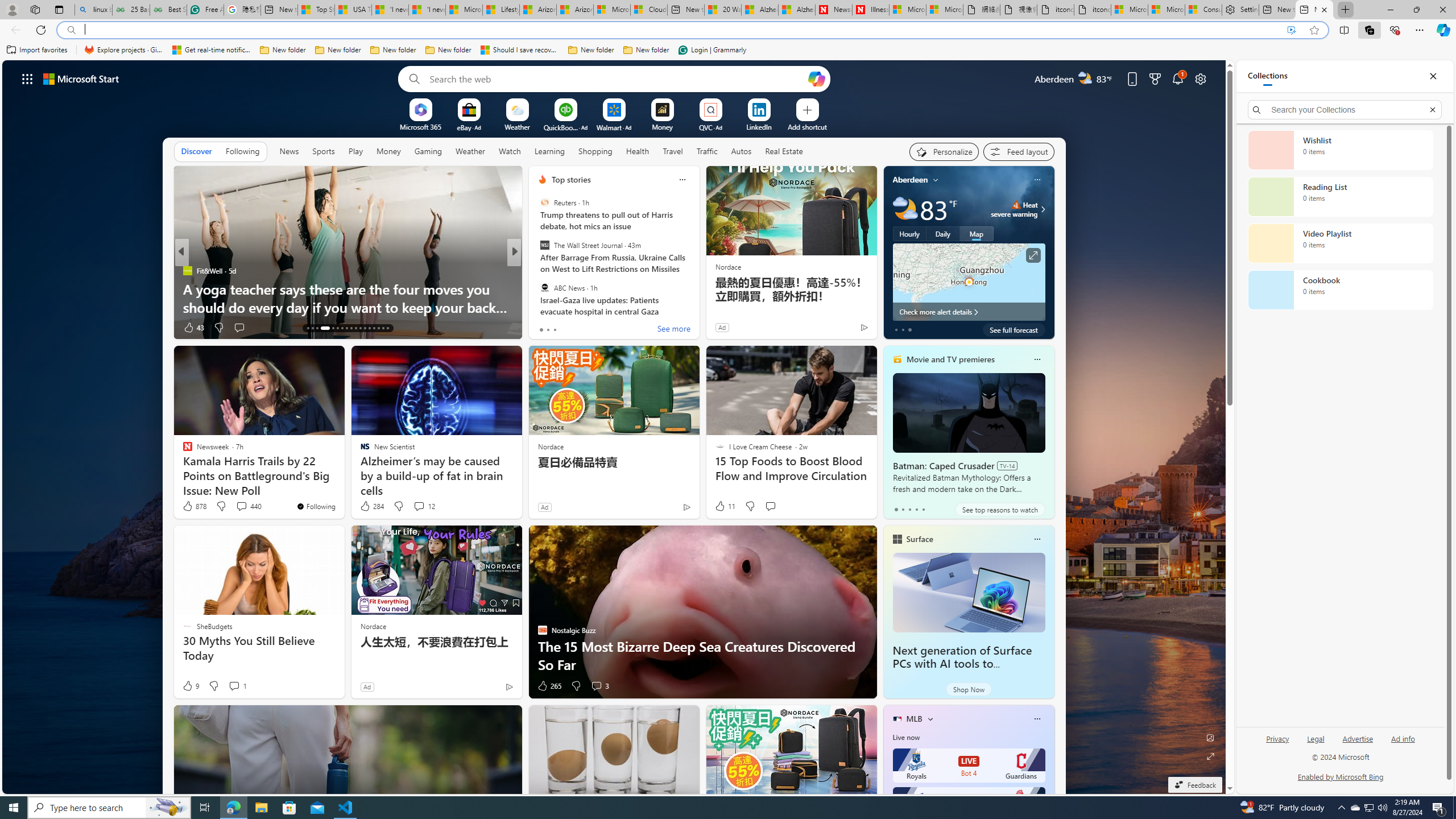 Image resolution: width=1456 pixels, height=819 pixels. I want to click on 'tab-3', so click(916, 509).